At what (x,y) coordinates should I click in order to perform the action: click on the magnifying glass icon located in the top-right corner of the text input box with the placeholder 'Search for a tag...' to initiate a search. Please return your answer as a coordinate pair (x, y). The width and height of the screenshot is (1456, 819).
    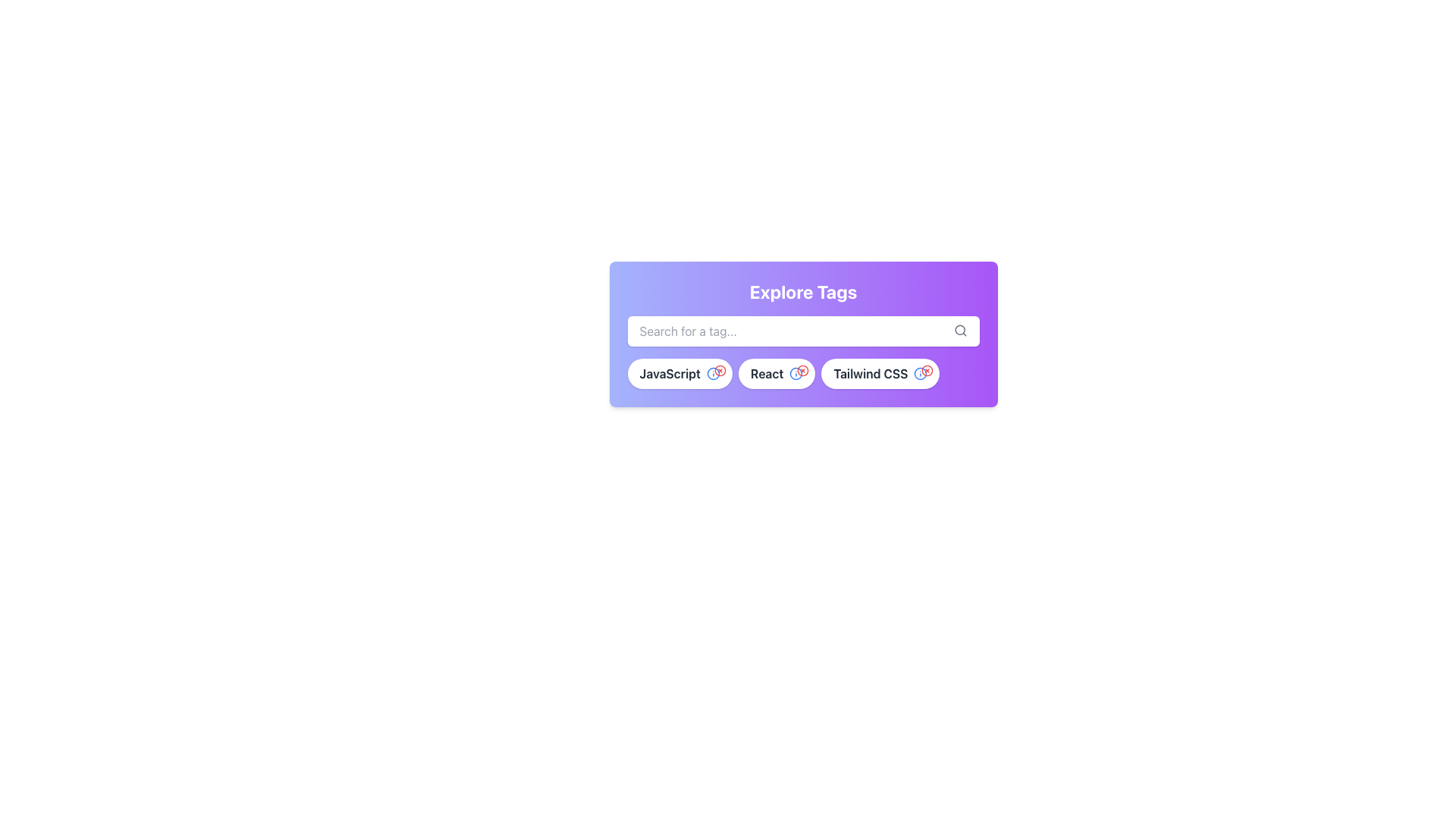
    Looking at the image, I should click on (959, 329).